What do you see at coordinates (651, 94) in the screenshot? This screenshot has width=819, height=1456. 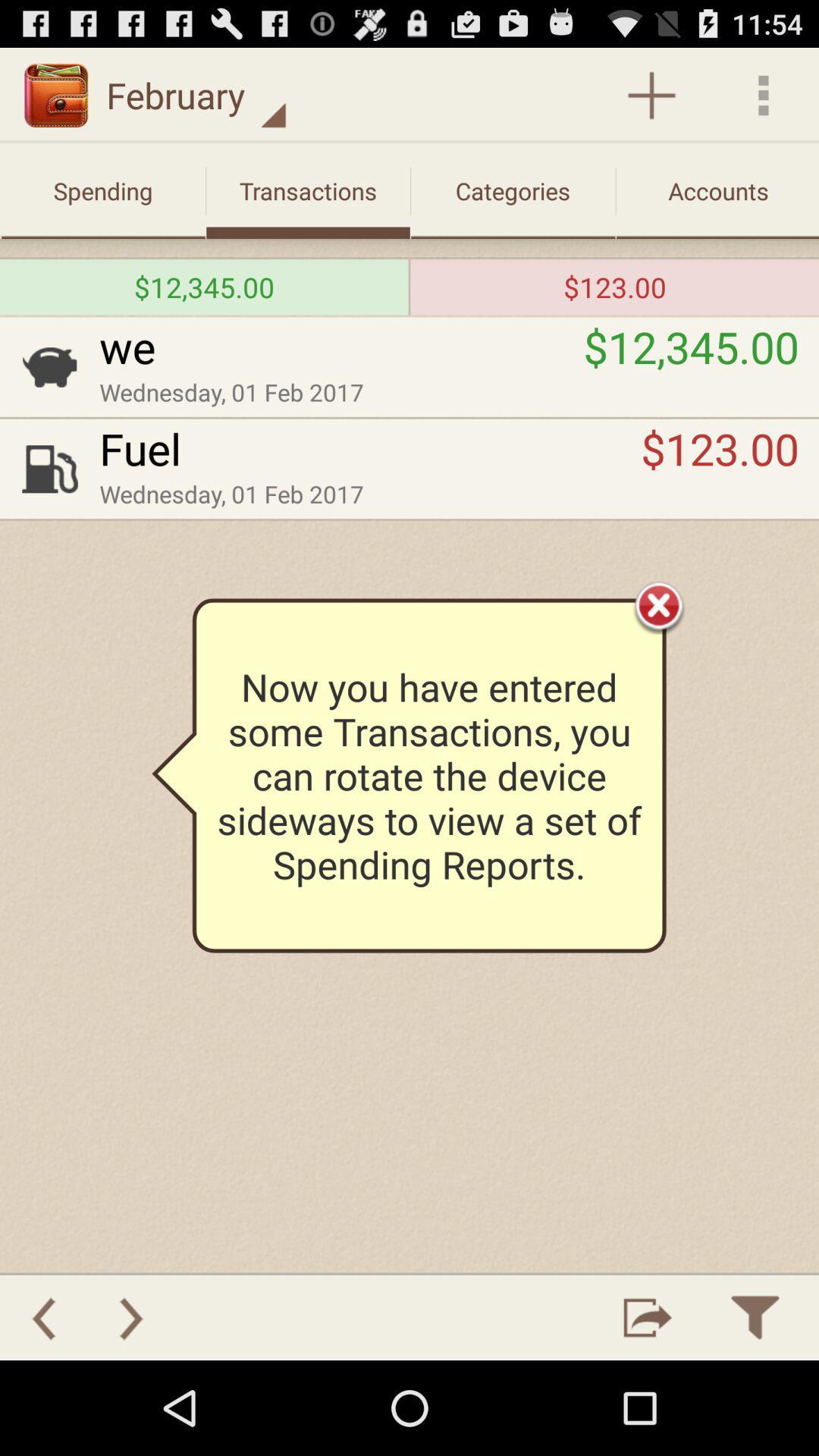 I see `item above the accounts item` at bounding box center [651, 94].